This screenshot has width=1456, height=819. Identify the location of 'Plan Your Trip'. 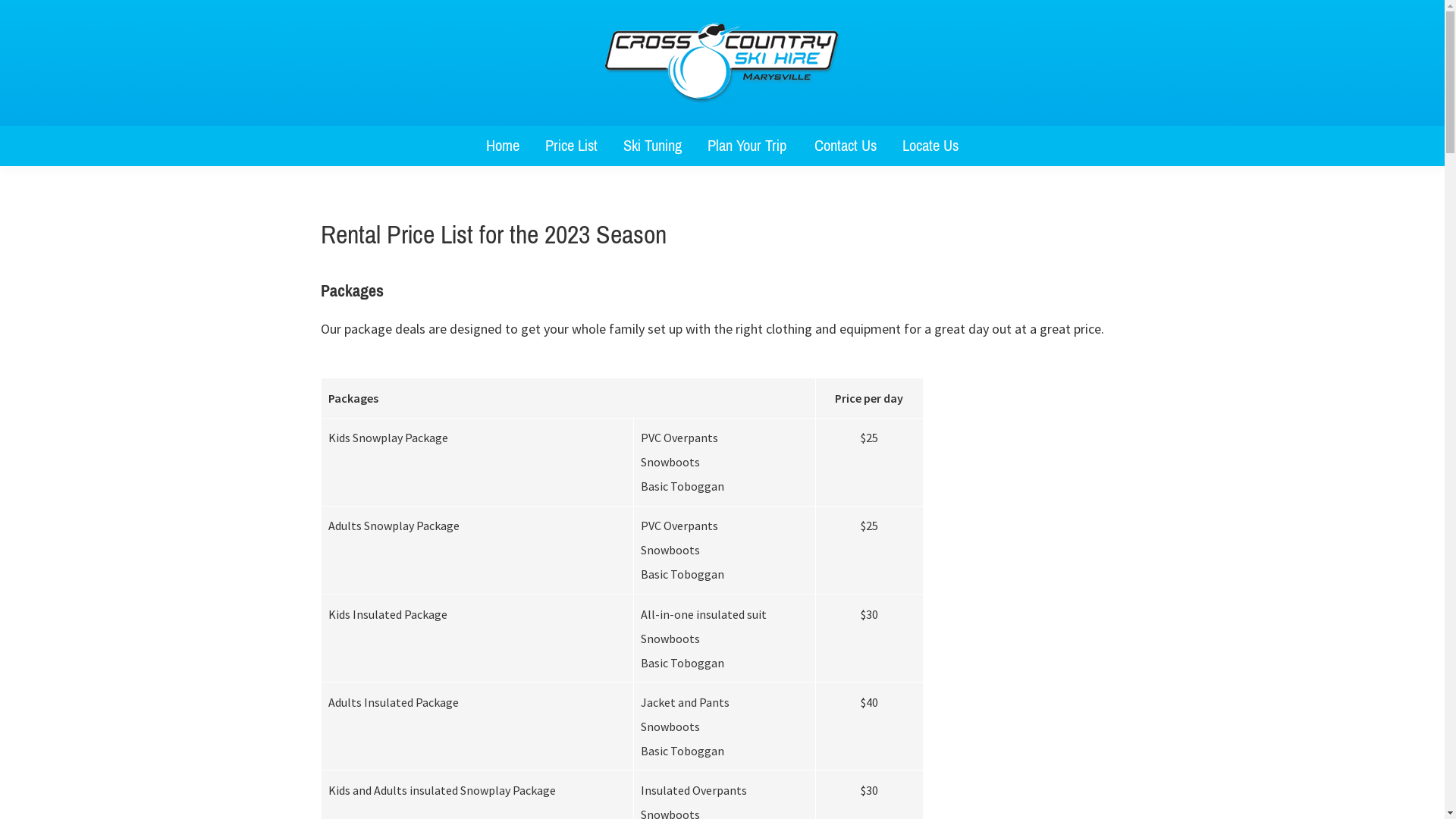
(748, 146).